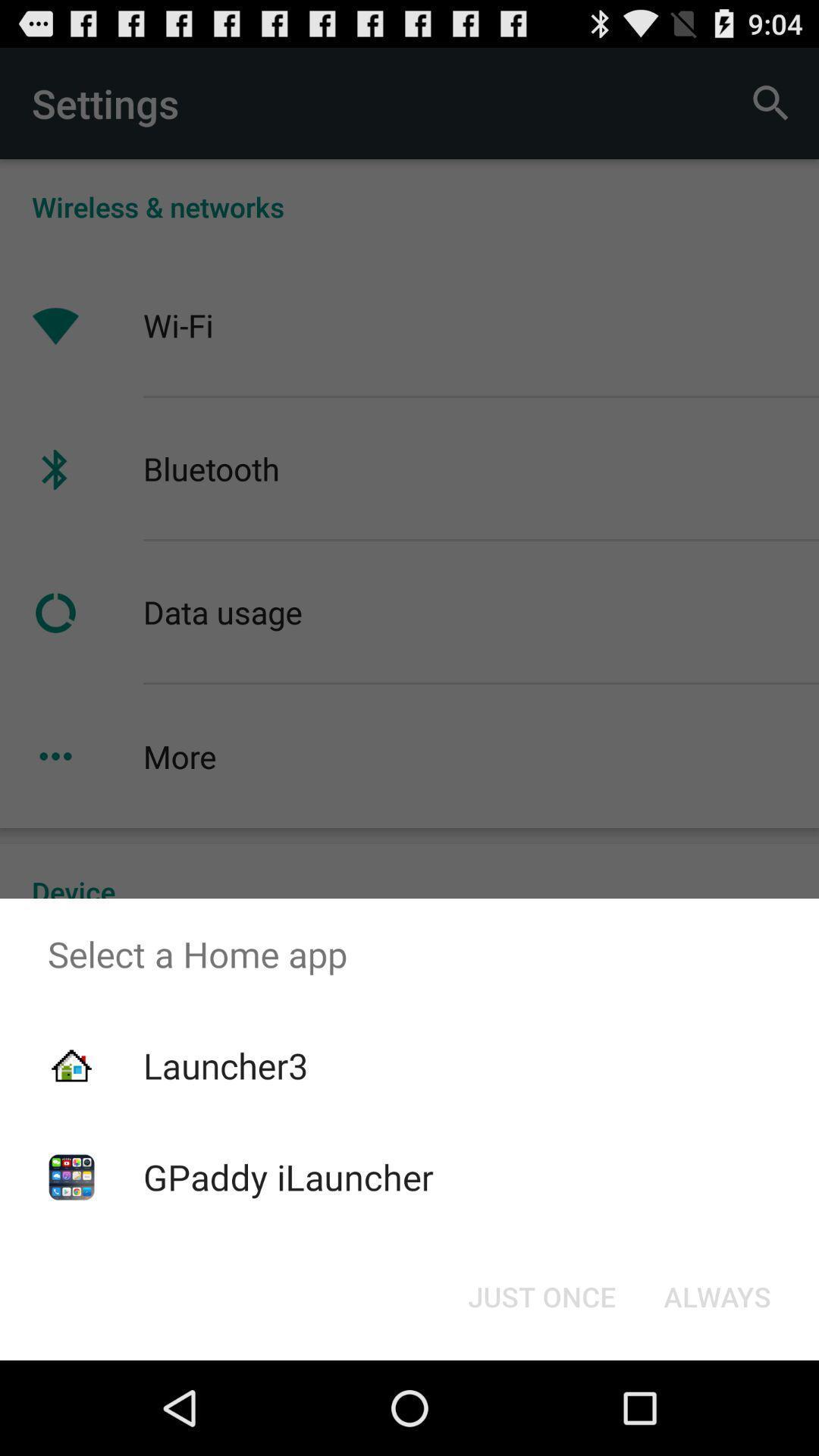  What do you see at coordinates (225, 1065) in the screenshot?
I see `the launcher3 icon` at bounding box center [225, 1065].